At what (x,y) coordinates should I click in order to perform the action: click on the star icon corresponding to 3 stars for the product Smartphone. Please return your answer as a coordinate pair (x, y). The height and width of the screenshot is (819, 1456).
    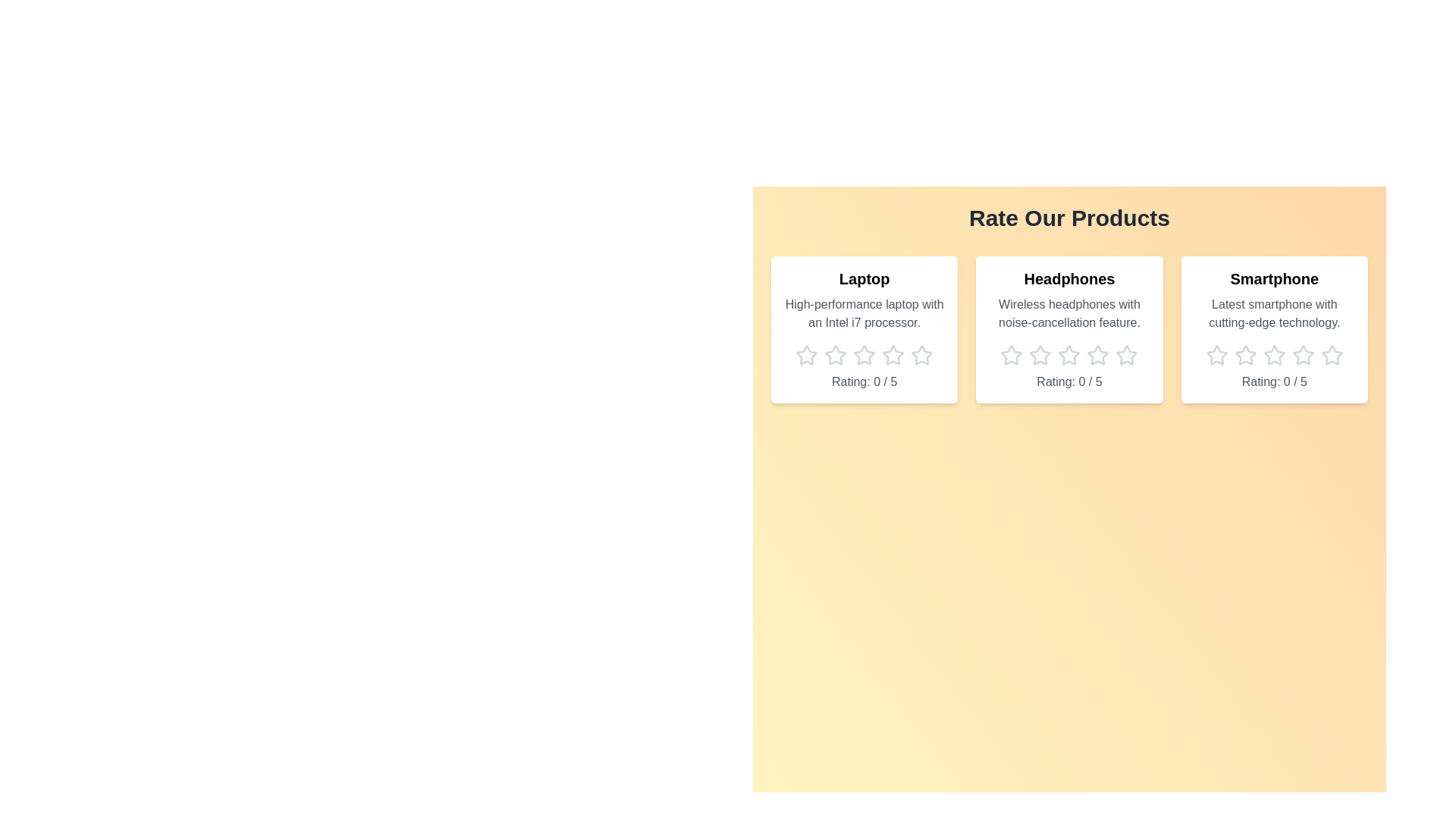
    Looking at the image, I should click on (1274, 356).